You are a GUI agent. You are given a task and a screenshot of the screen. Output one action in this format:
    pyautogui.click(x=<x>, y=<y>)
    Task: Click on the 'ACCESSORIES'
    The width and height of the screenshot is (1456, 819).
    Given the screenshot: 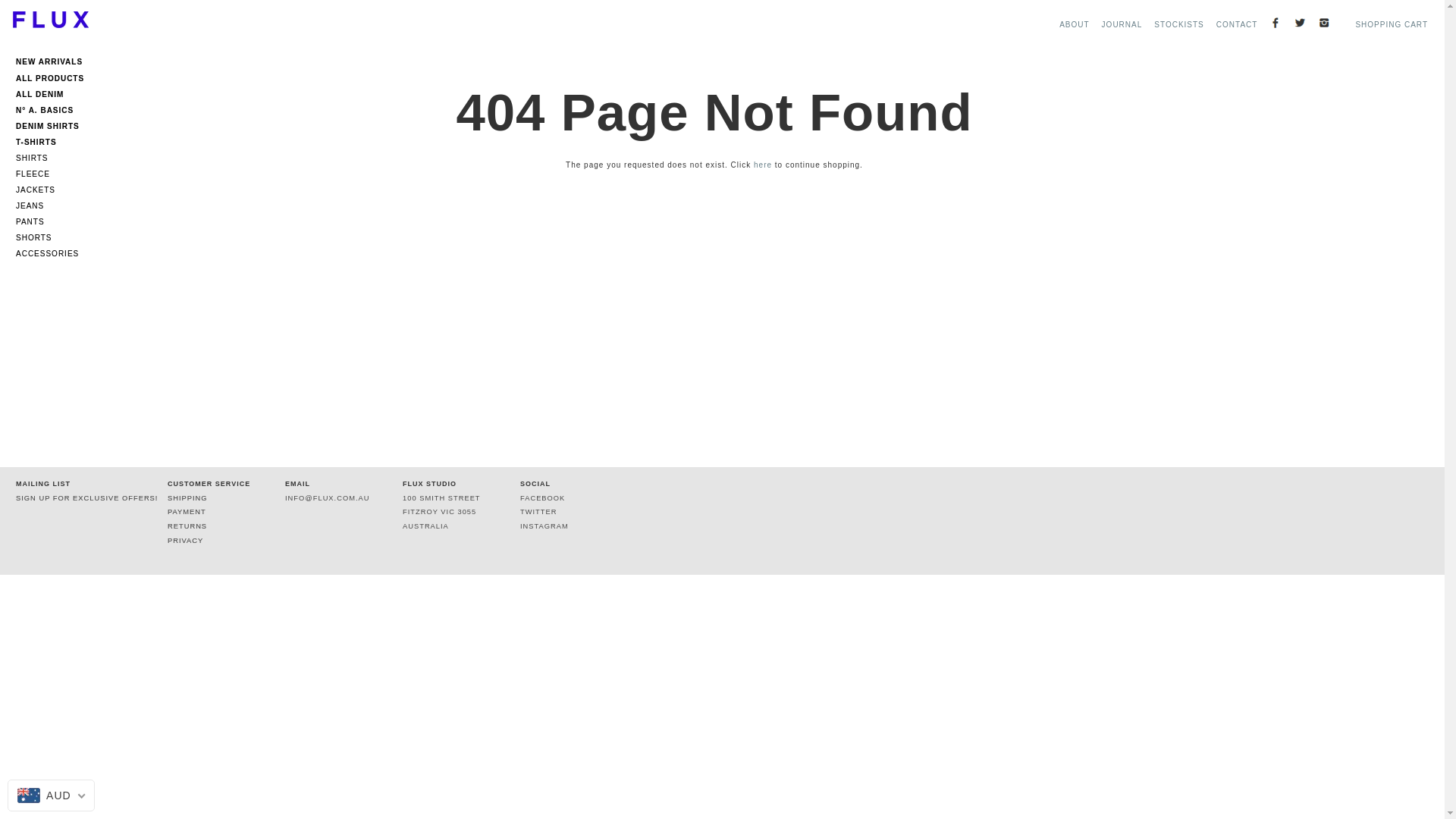 What is the action you would take?
    pyautogui.click(x=15, y=253)
    